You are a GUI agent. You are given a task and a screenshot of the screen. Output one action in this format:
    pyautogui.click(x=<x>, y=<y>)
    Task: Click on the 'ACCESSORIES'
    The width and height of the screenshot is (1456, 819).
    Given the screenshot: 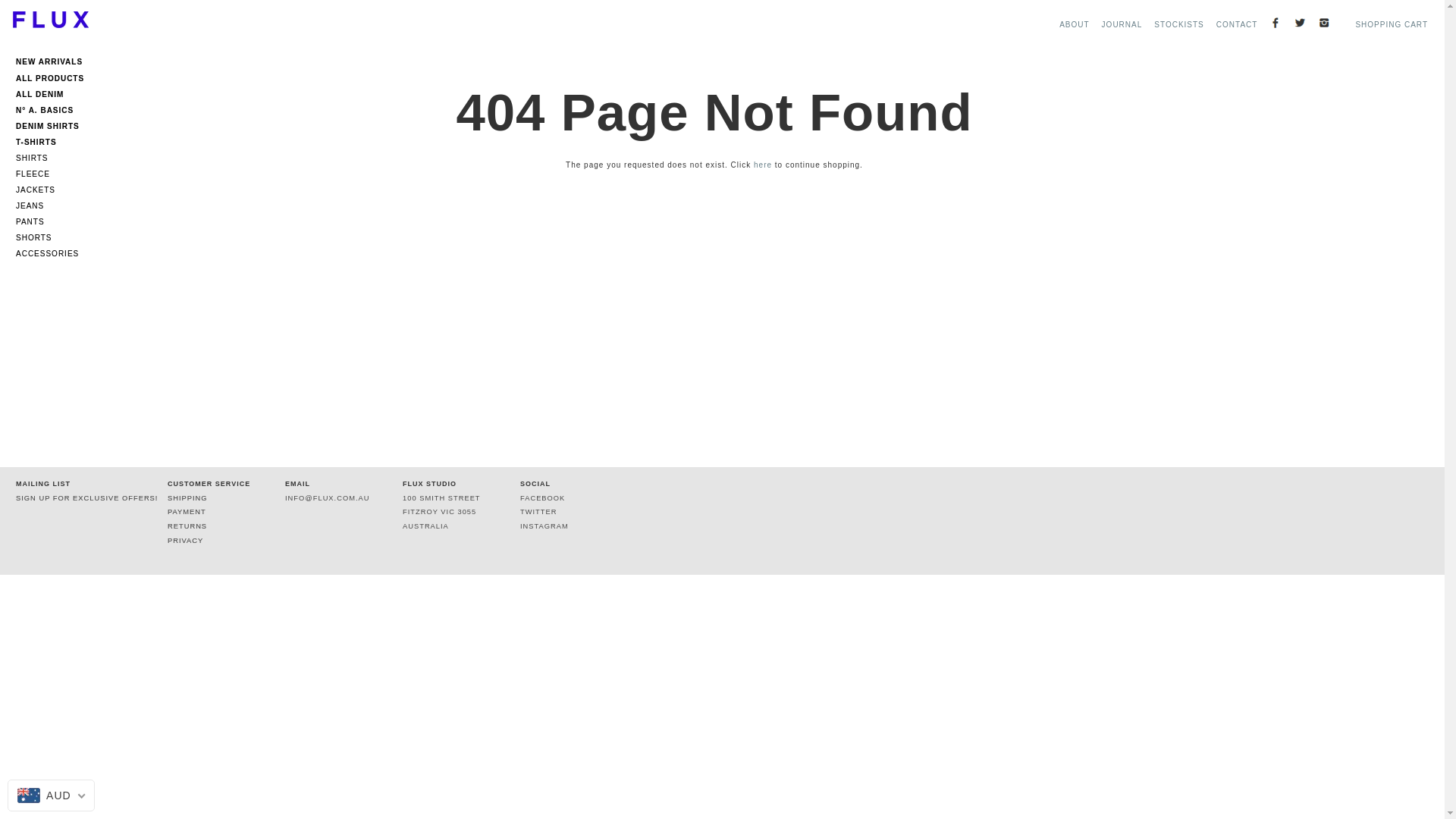 What is the action you would take?
    pyautogui.click(x=15, y=253)
    